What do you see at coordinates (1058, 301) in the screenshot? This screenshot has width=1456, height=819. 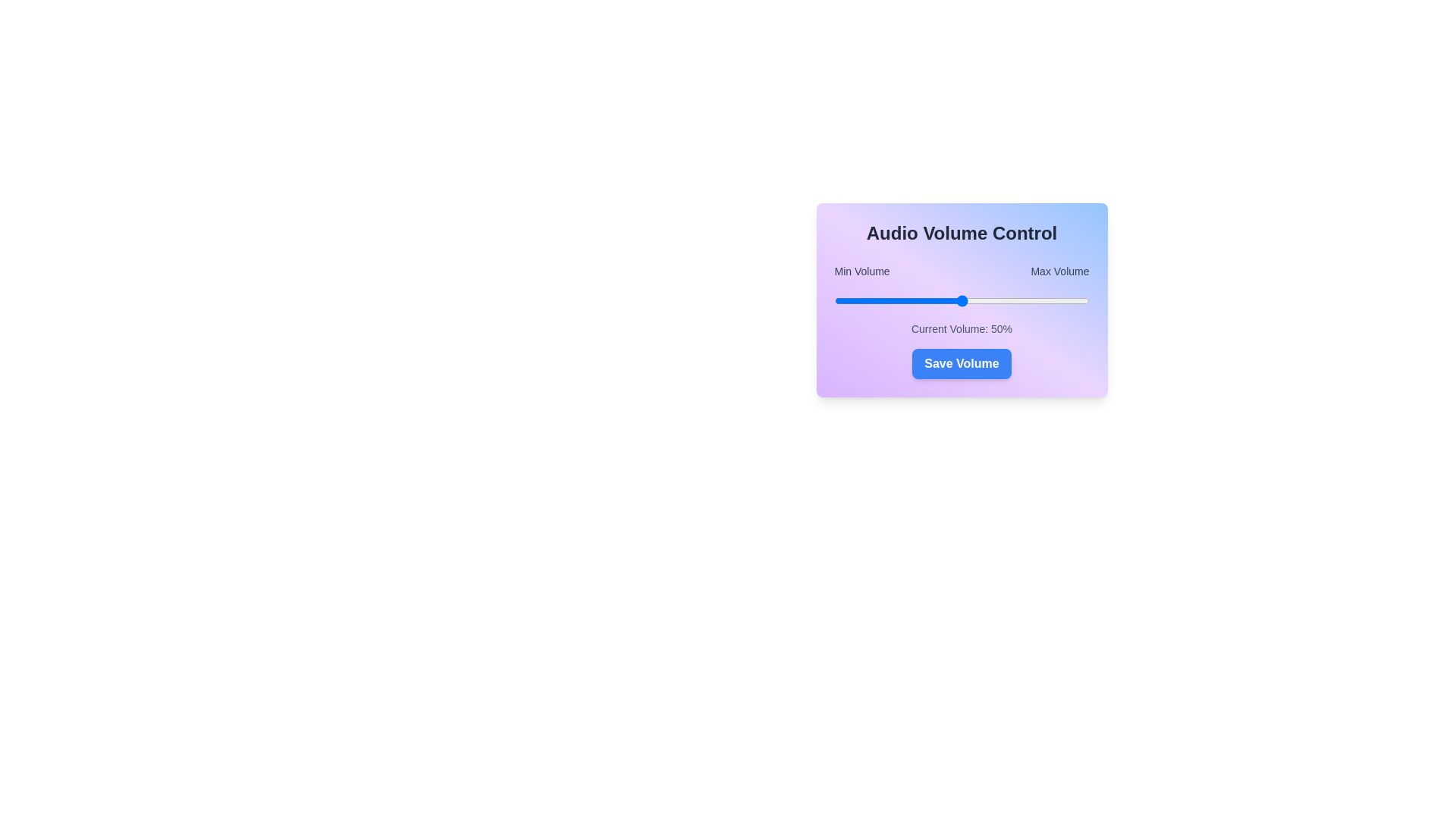 I see `the volume slider to set the volume to 88%` at bounding box center [1058, 301].